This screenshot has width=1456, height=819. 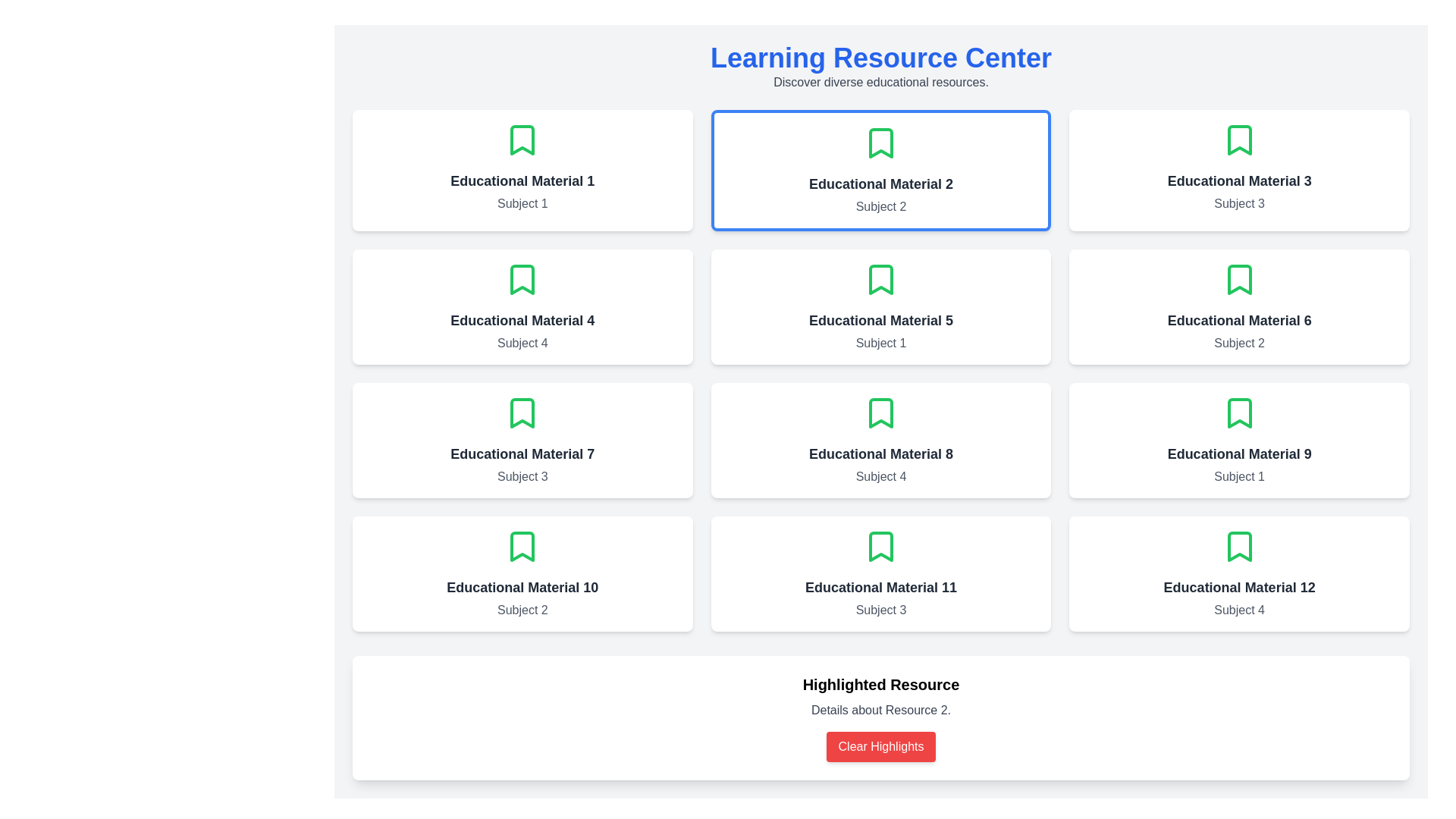 I want to click on the styled text label element displaying 'Educational Material 12', which is centered in the bottom-right card of a grid layout, positioned above 'Subject 4', so click(x=1239, y=587).